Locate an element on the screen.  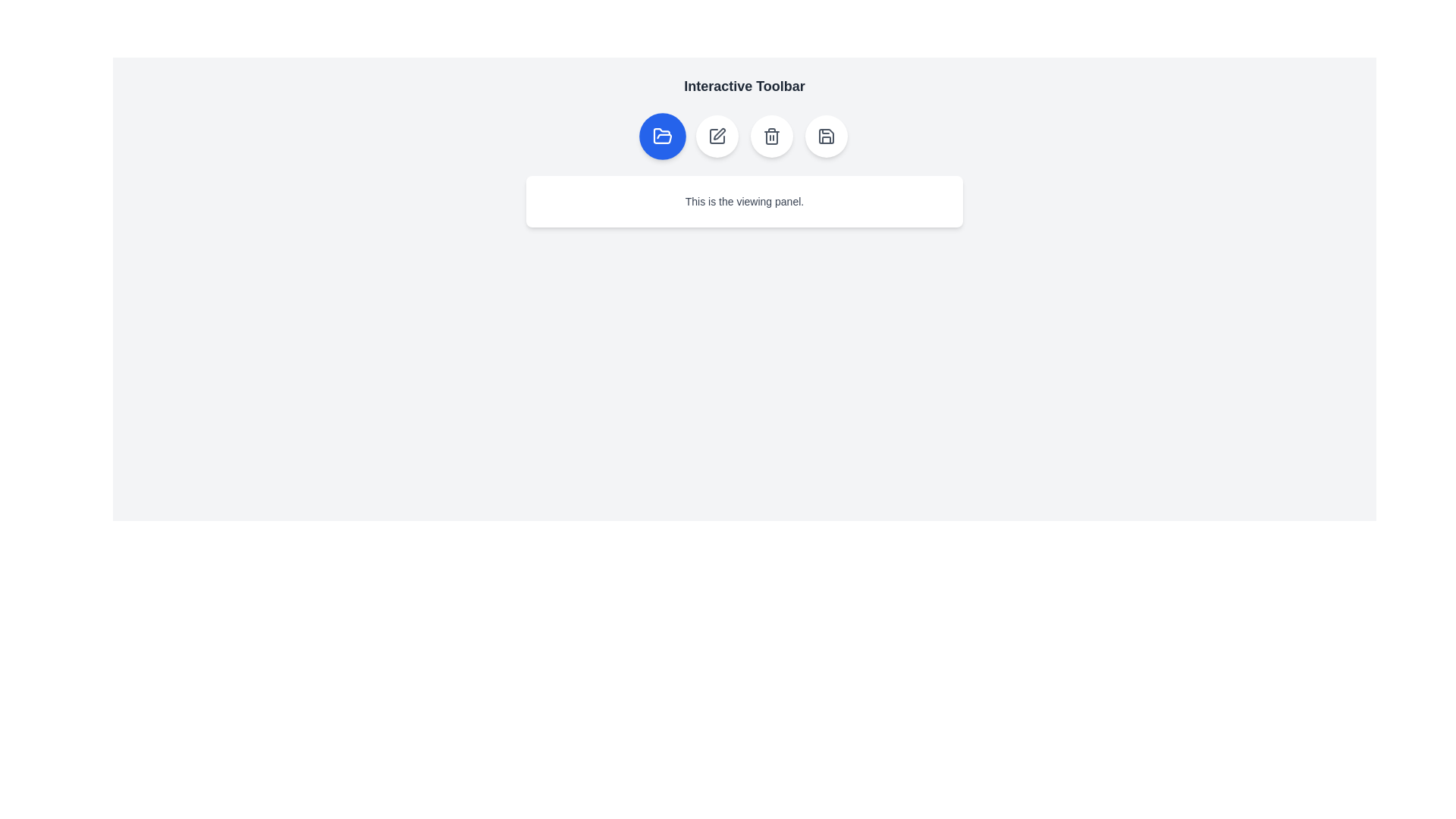
the circular button with a white background and a save icon resembling a floppy disk, which is the fourth button in a horizontal toolbar is located at coordinates (825, 136).